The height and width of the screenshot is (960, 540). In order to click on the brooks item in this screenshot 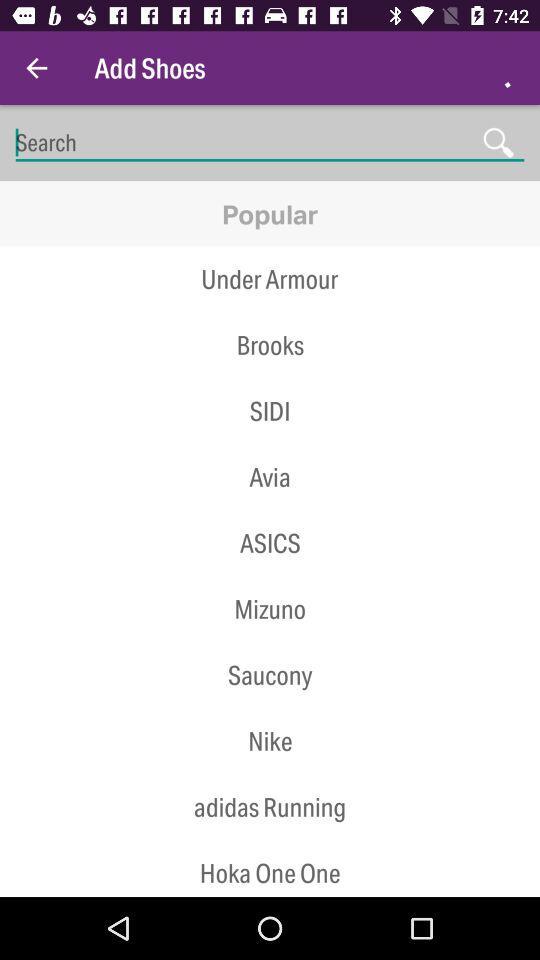, I will do `click(270, 345)`.